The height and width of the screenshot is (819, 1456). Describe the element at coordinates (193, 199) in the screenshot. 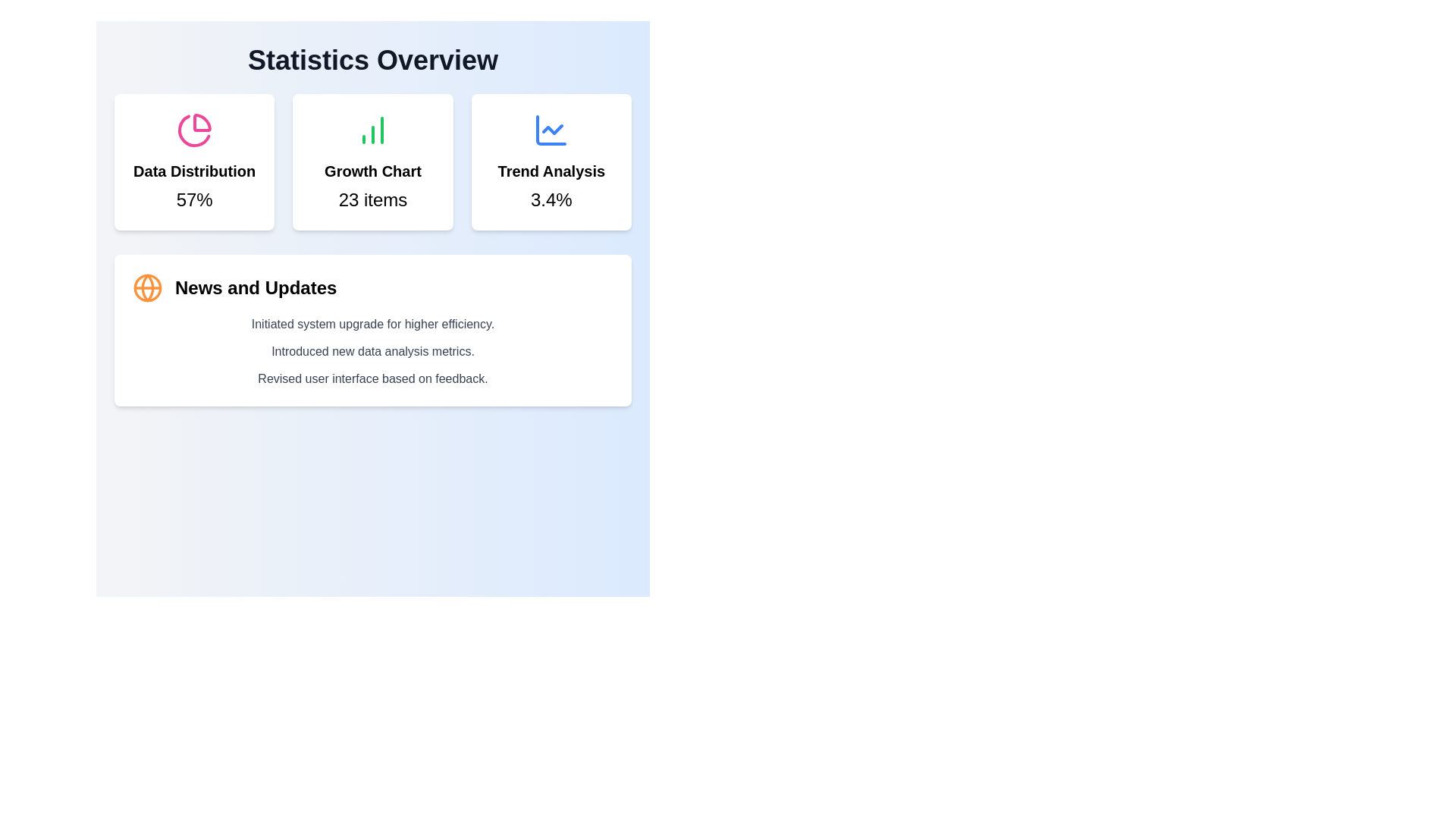

I see `displayed percentage '57%' from the numerical text element located under the 'Data Distribution' label` at that location.